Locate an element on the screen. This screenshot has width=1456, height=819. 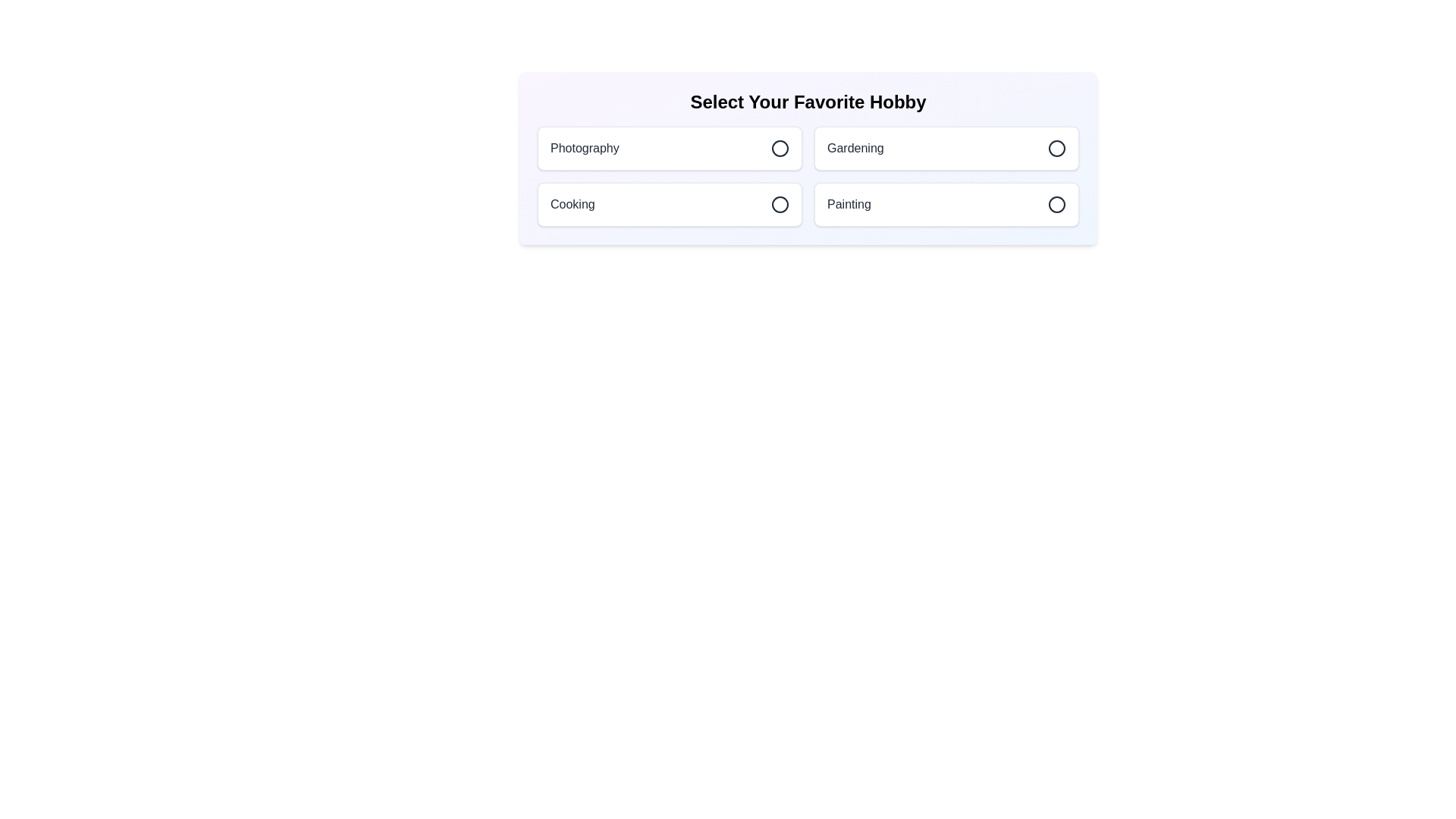
the 'Gardening' text label, which is displayed in a bold font and is the second option in the top row of a selectable grid layout is located at coordinates (855, 149).